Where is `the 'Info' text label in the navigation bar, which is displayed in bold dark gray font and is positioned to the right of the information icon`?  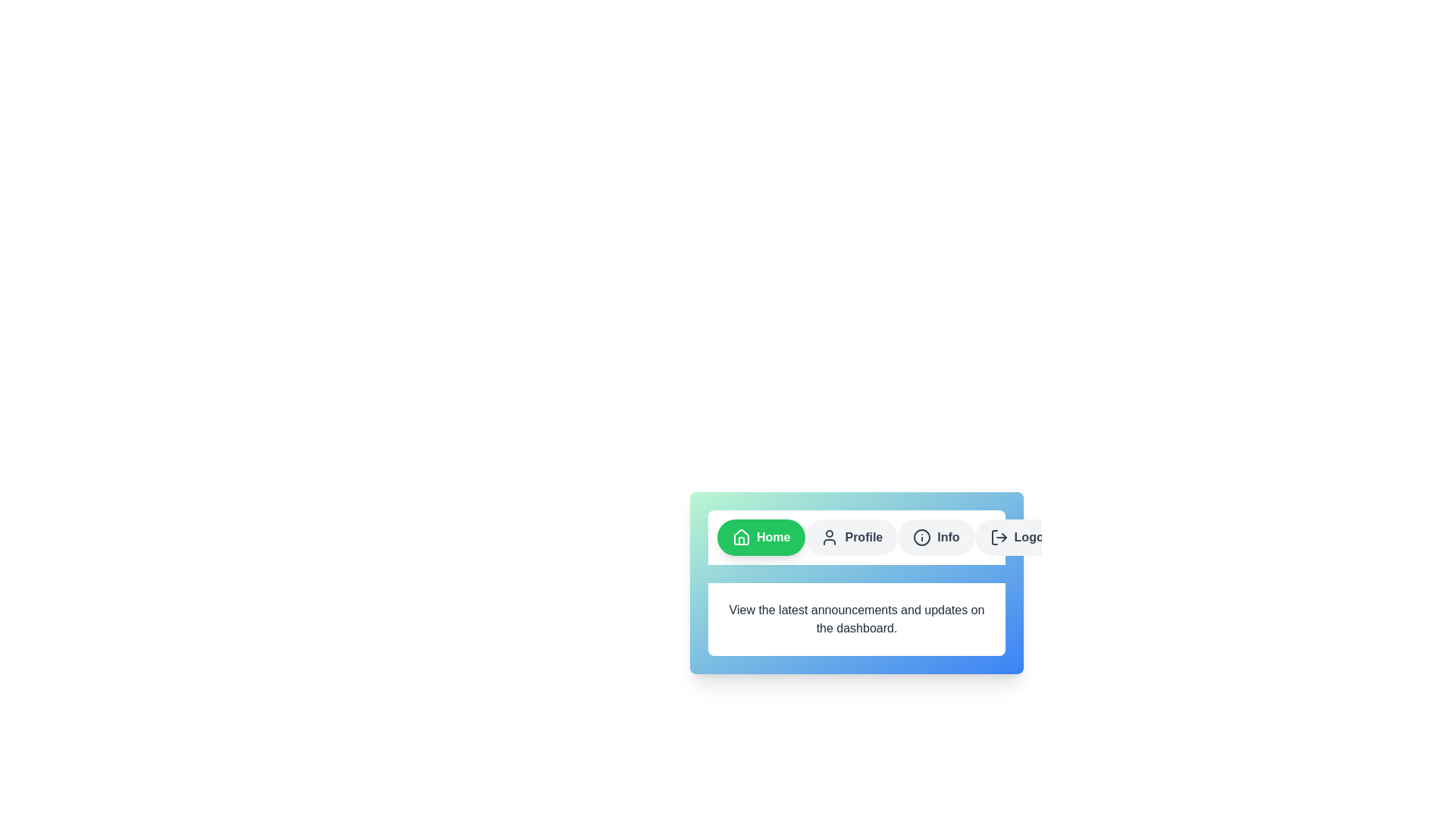 the 'Info' text label in the navigation bar, which is displayed in bold dark gray font and is positioned to the right of the information icon is located at coordinates (947, 537).